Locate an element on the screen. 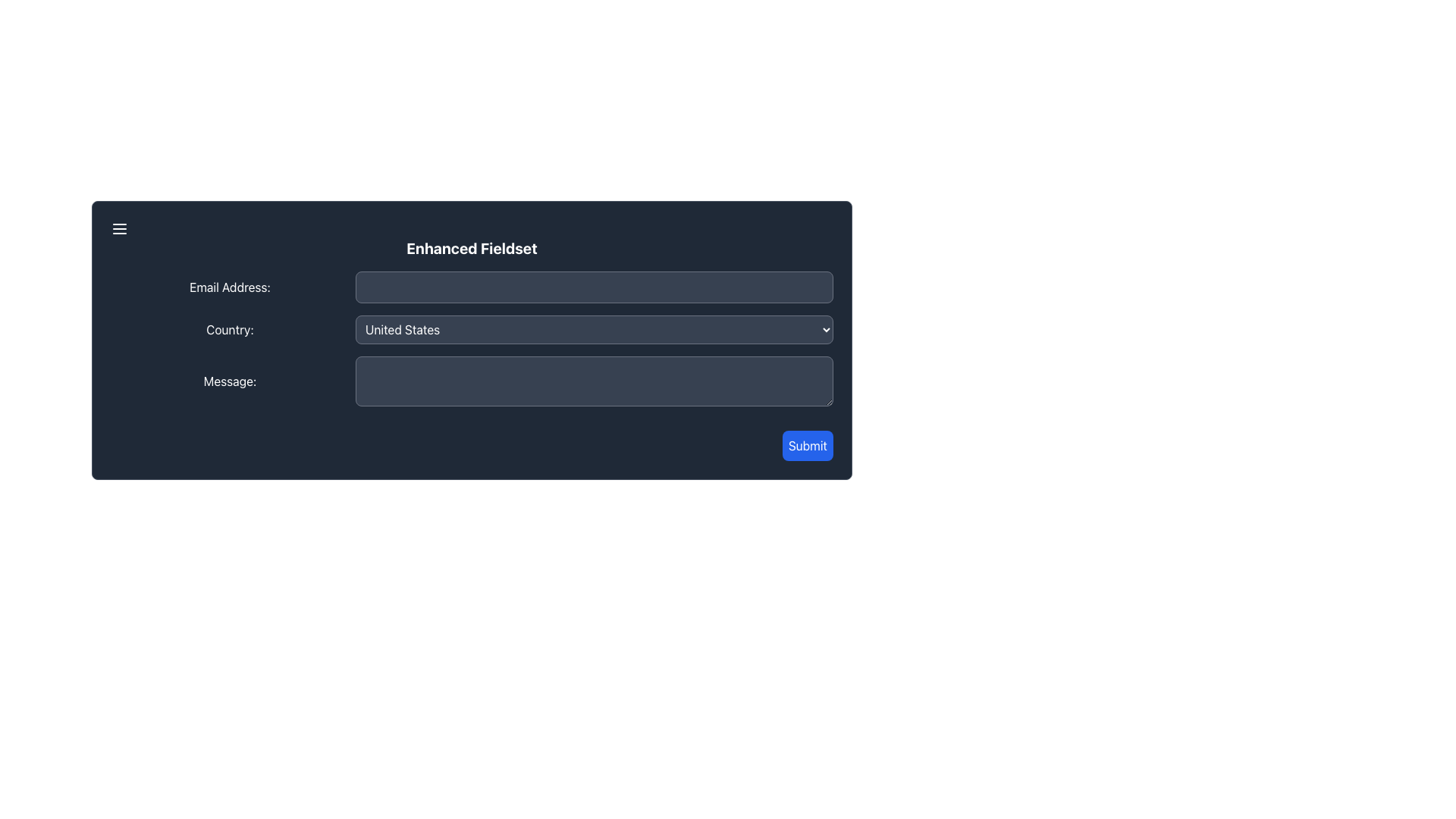 This screenshot has height=819, width=1456. the text label 'Country:' which is styled in white against a dark background and located in the second row of the form, to the left of the country selection dropdown is located at coordinates (229, 329).